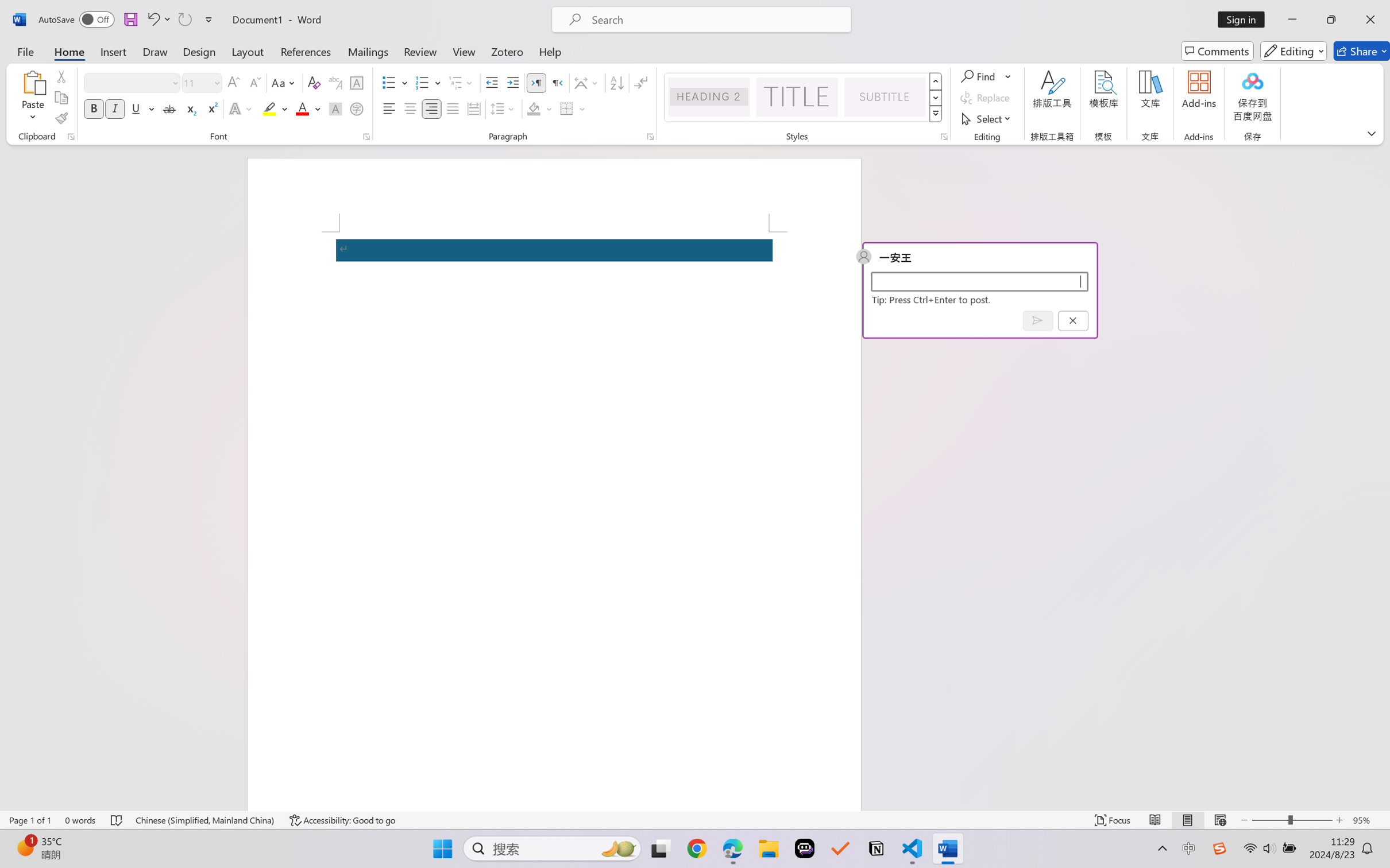 Image resolution: width=1390 pixels, height=868 pixels. Describe the element at coordinates (533, 108) in the screenshot. I see `'Shading No Color'` at that location.